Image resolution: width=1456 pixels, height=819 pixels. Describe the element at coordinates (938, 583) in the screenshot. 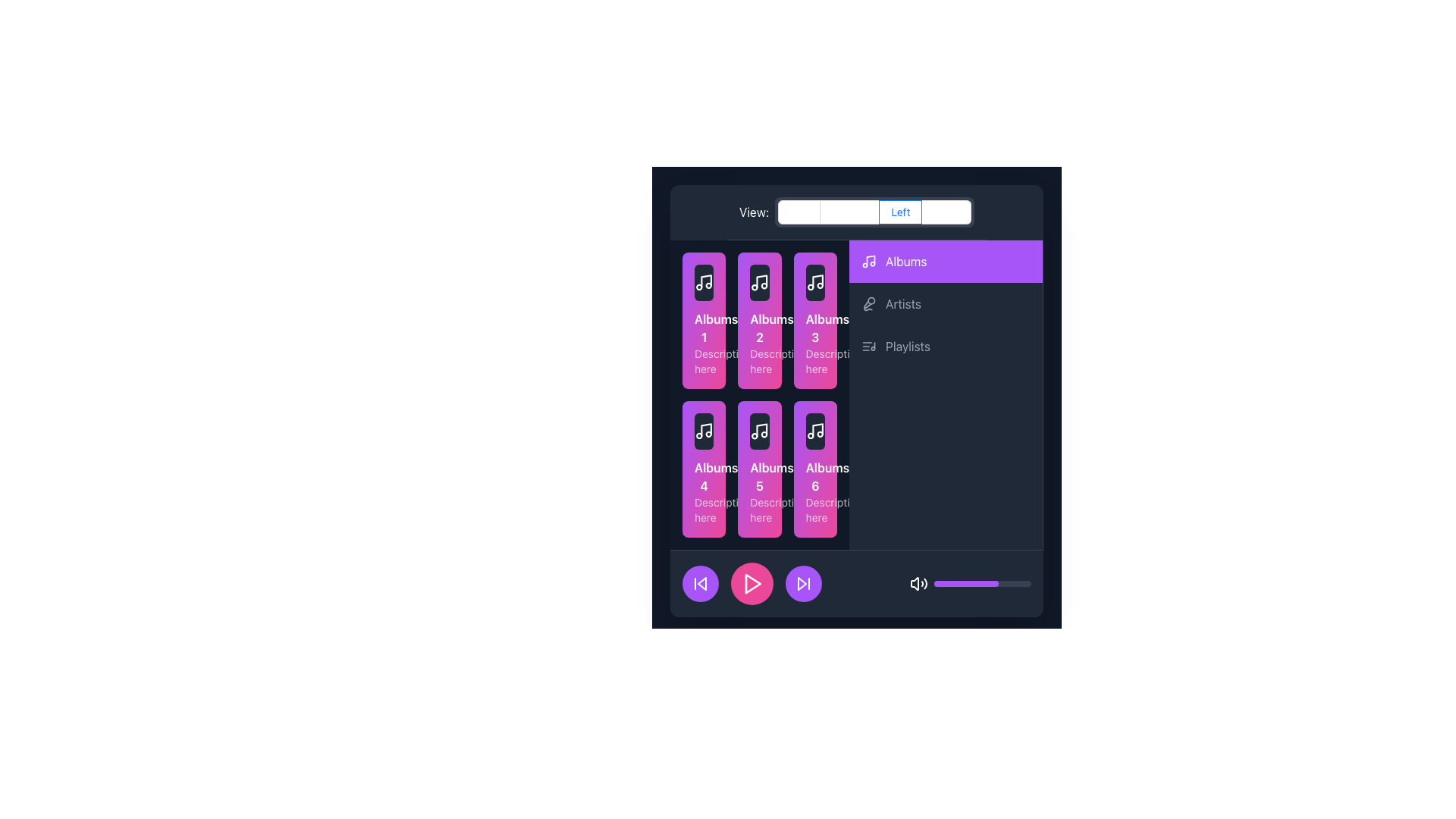

I see `the slider` at that location.